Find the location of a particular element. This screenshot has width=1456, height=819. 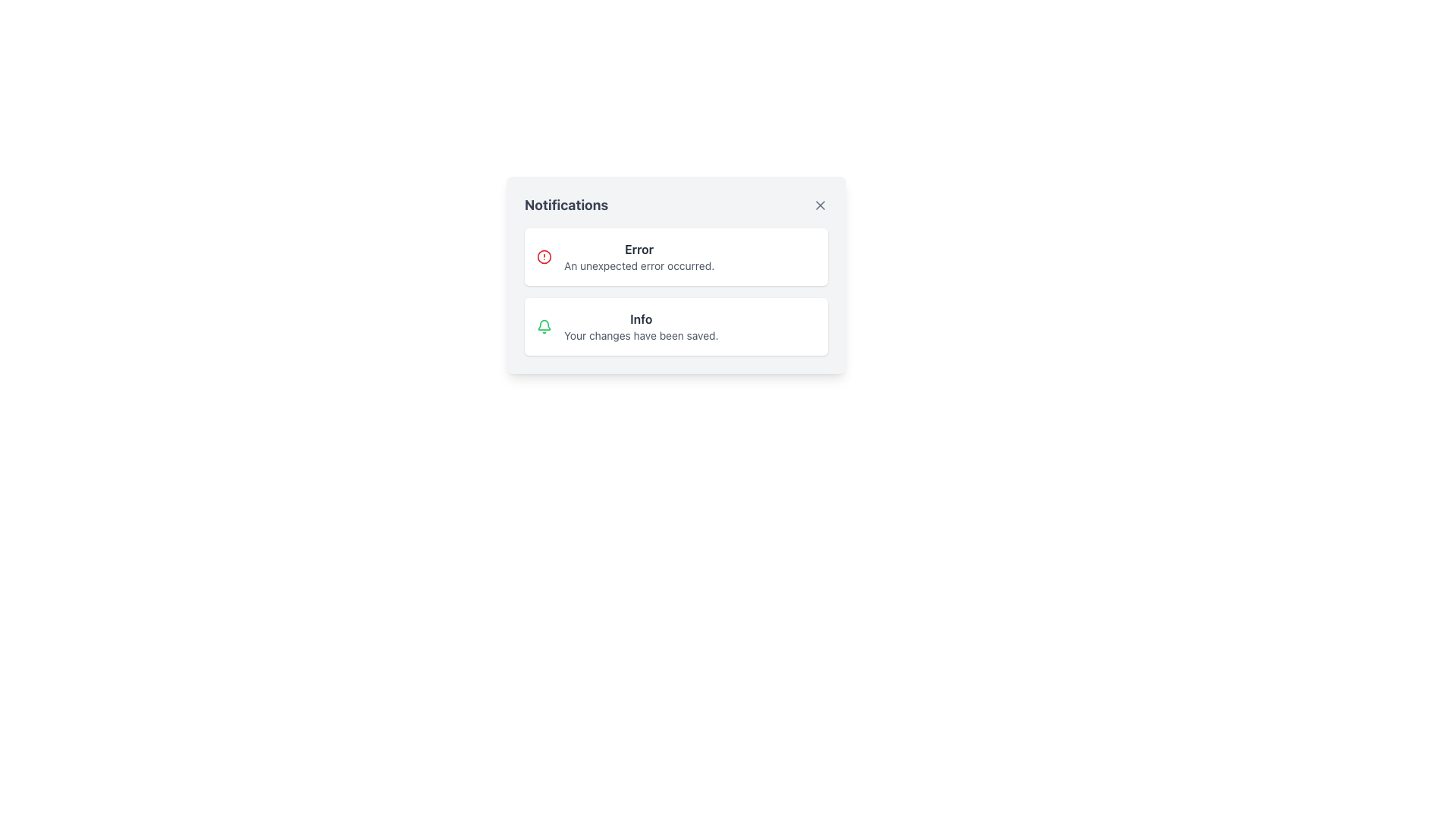

the close button located in the upper-right corner of the notification panel is located at coordinates (819, 205).